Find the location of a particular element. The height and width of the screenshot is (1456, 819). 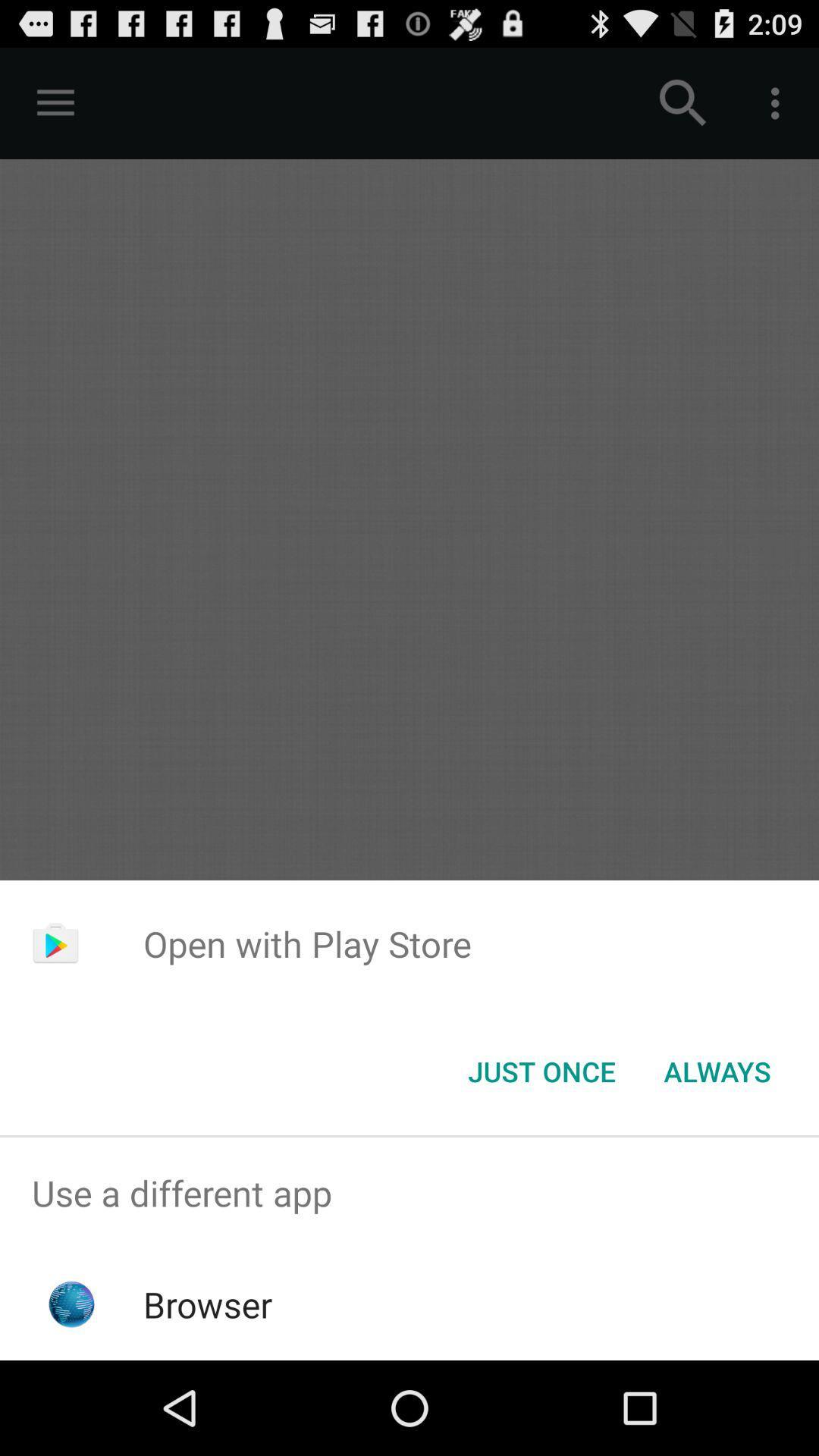

always is located at coordinates (717, 1070).